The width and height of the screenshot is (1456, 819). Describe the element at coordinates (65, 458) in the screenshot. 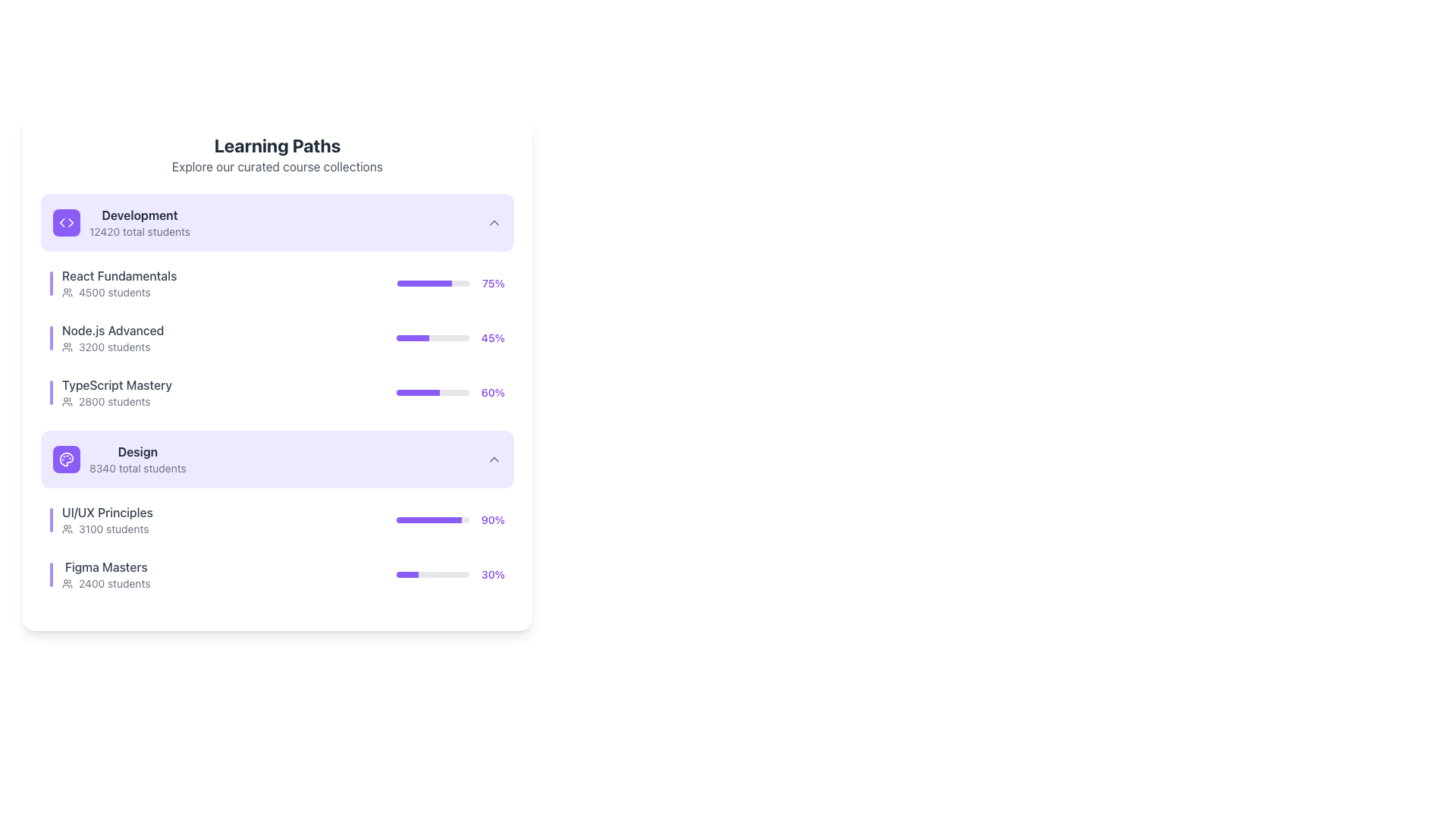

I see `the 'Design' icon located on the left side of the 'Design' title in the application interface` at that location.